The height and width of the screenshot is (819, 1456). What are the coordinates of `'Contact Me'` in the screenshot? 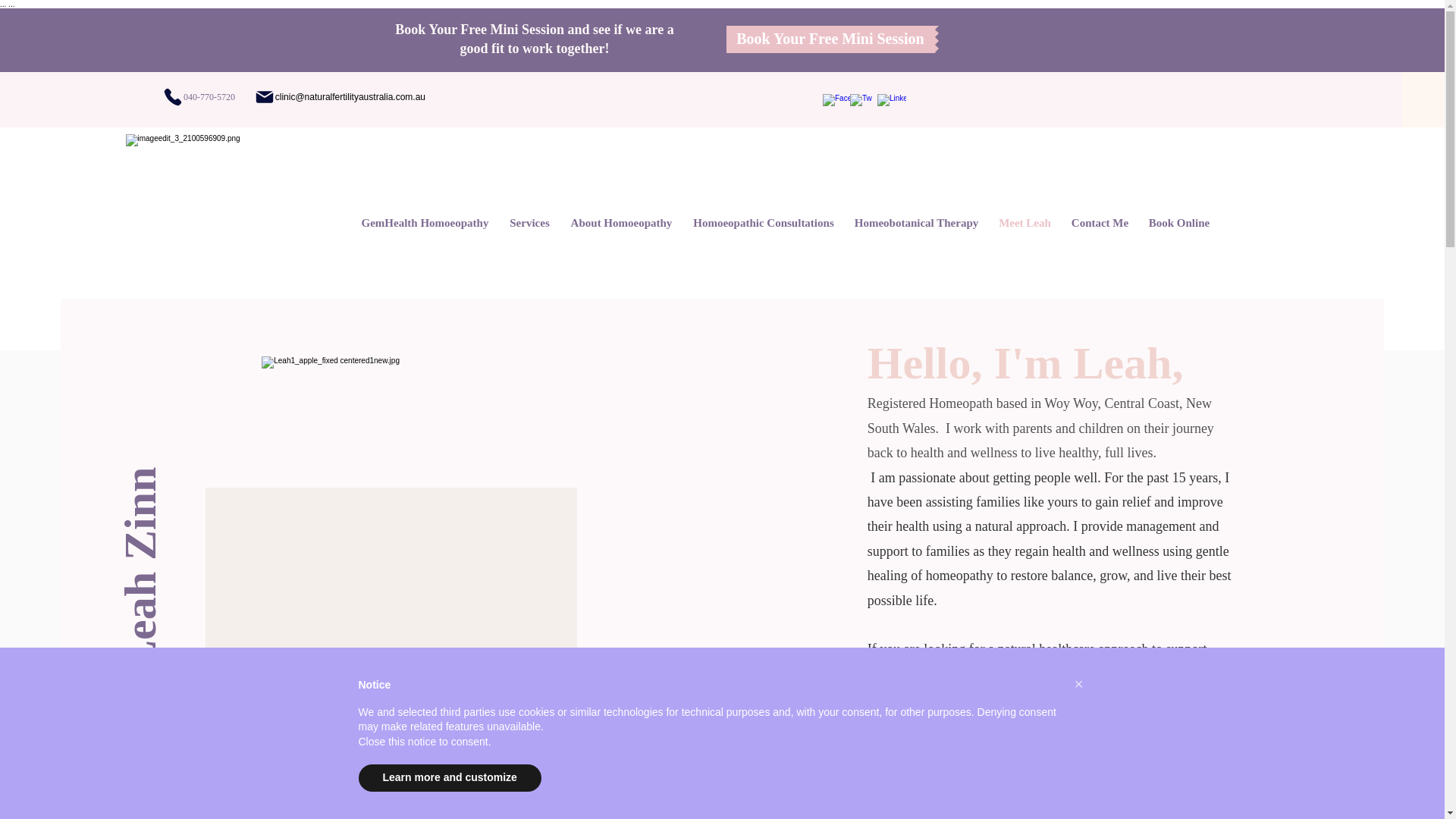 It's located at (1100, 222).